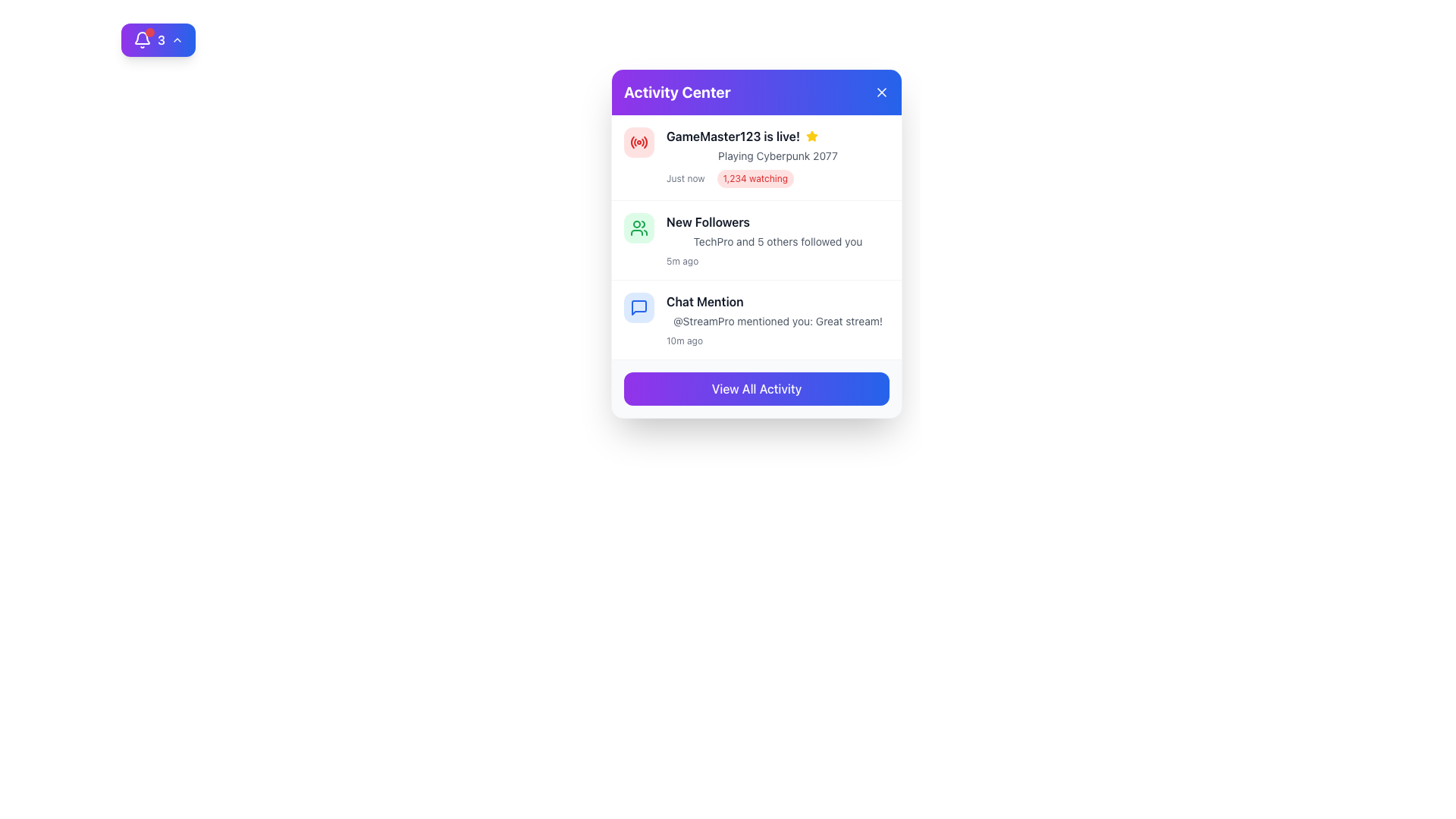 The width and height of the screenshot is (1456, 819). Describe the element at coordinates (778, 136) in the screenshot. I see `the text 'GameMaster123 is live!' with the accompanying yellow star icon, located at the top of the notification item in the 'Activity Center' section` at that location.